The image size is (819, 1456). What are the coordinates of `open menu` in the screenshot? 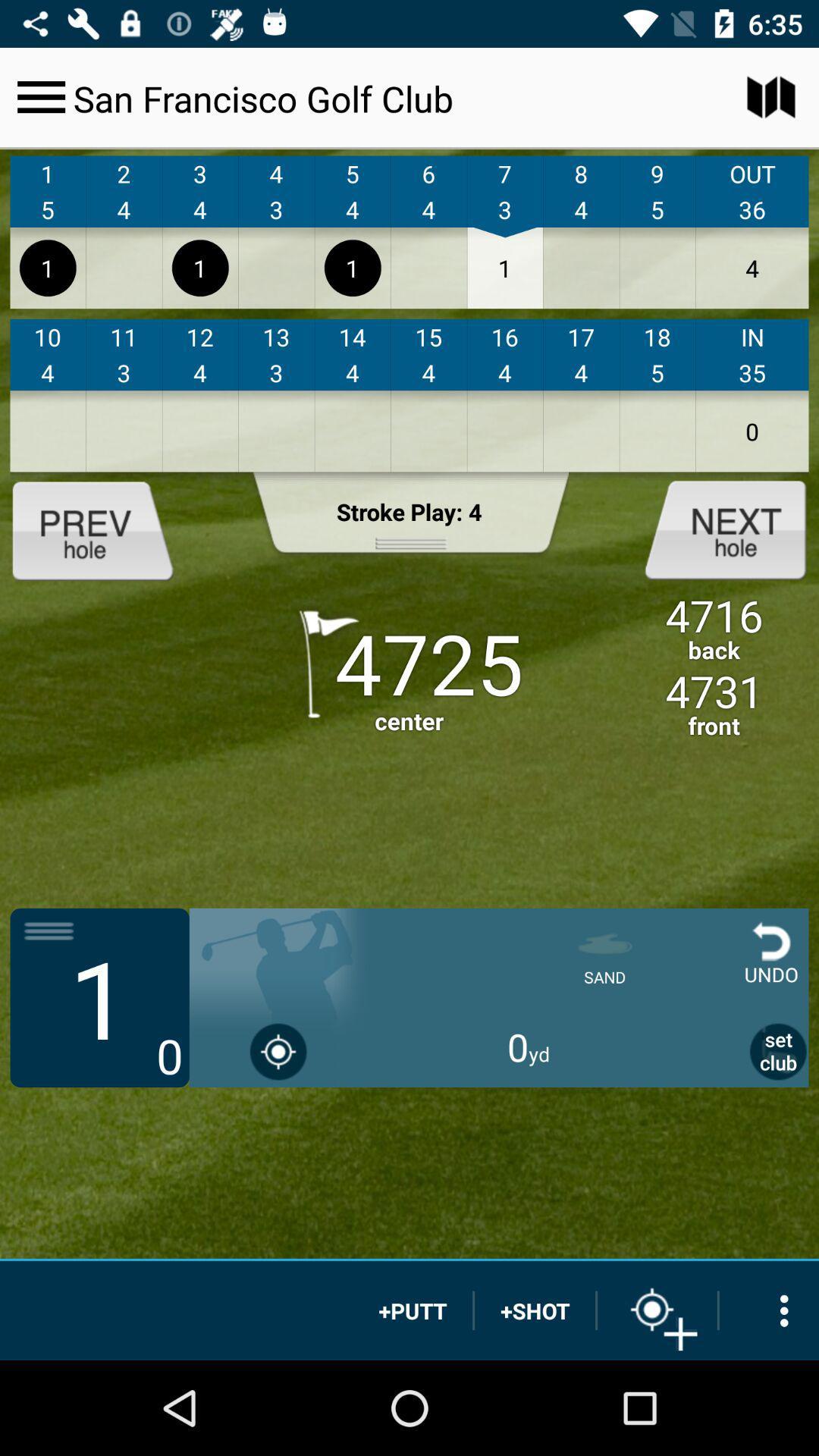 It's located at (40, 96).